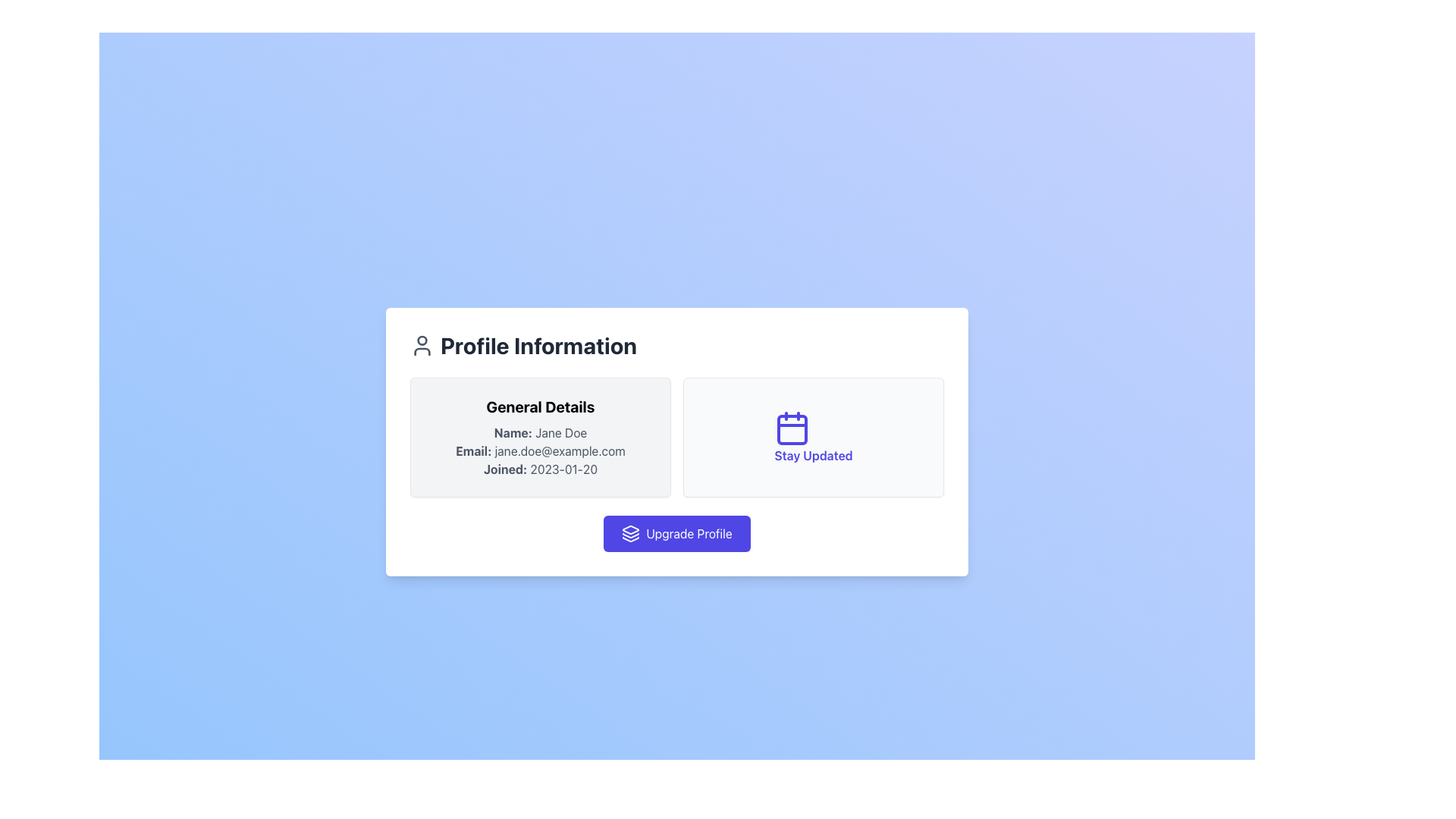 The image size is (1456, 819). I want to click on the Label element displaying 'Email:' in bold dark gray font, located in the 'General Details' section, so click(472, 450).